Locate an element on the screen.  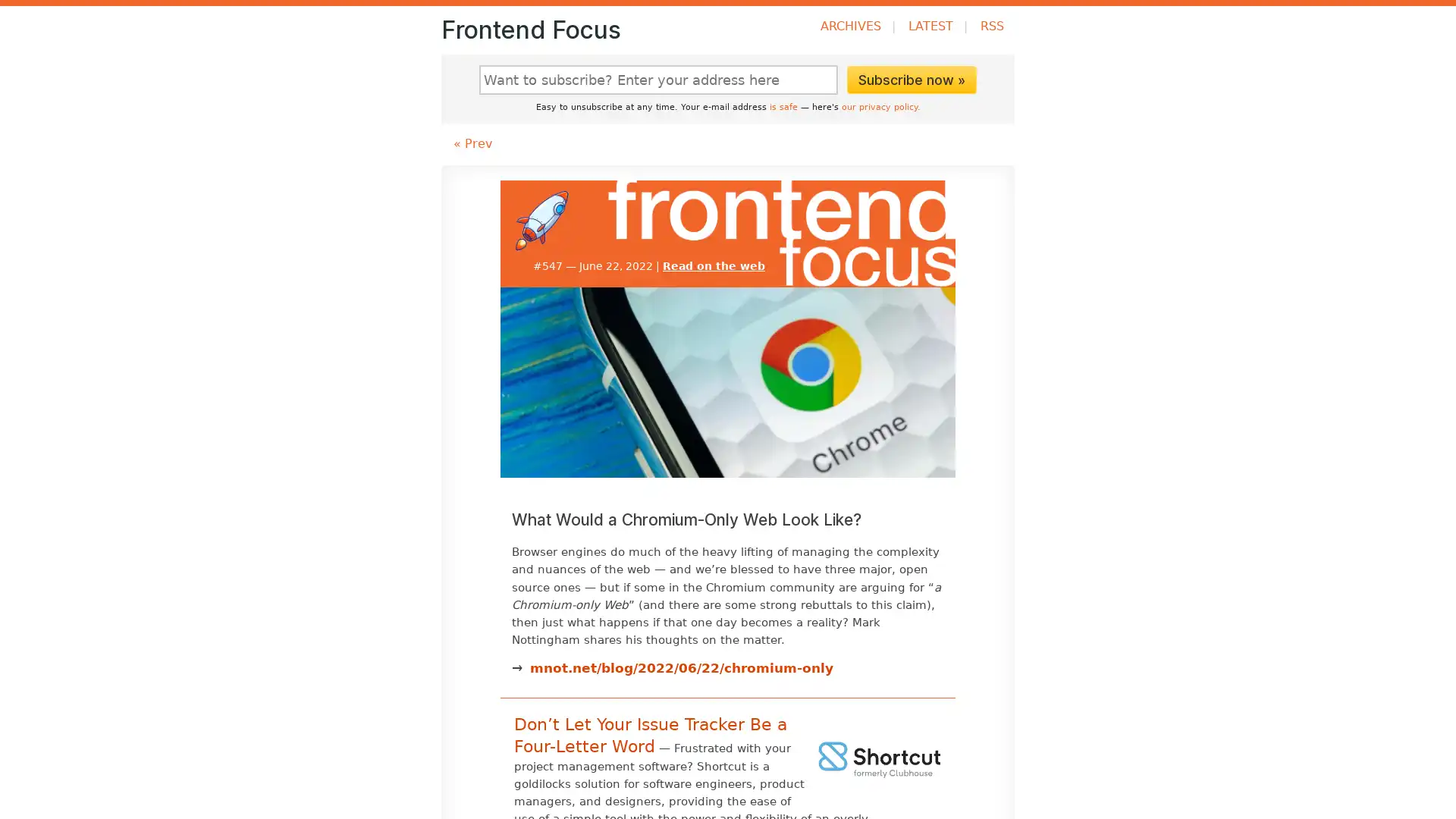
Subscribe now is located at coordinates (911, 80).